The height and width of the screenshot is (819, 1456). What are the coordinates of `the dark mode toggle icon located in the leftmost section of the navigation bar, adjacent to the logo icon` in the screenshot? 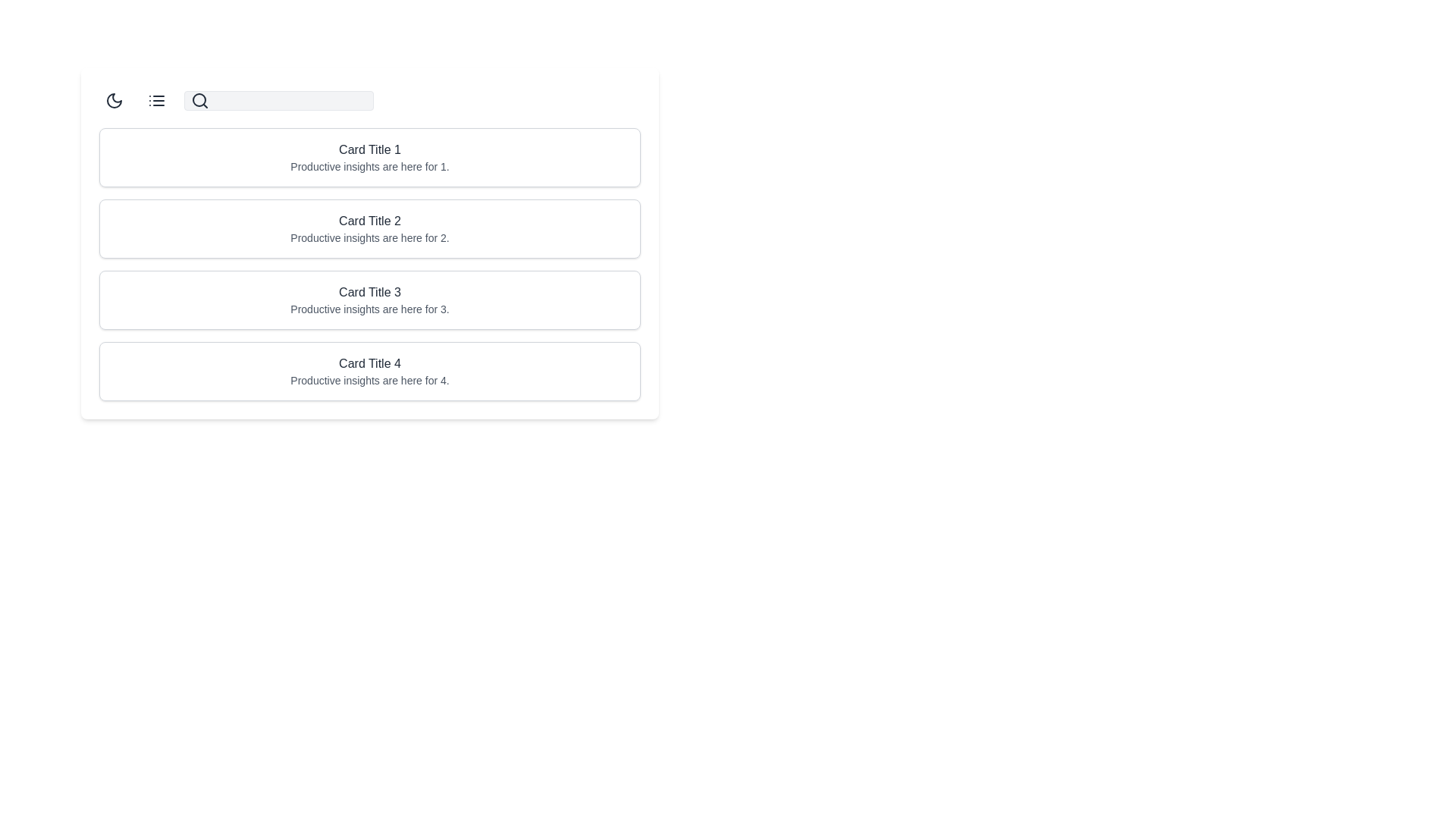 It's located at (113, 100).